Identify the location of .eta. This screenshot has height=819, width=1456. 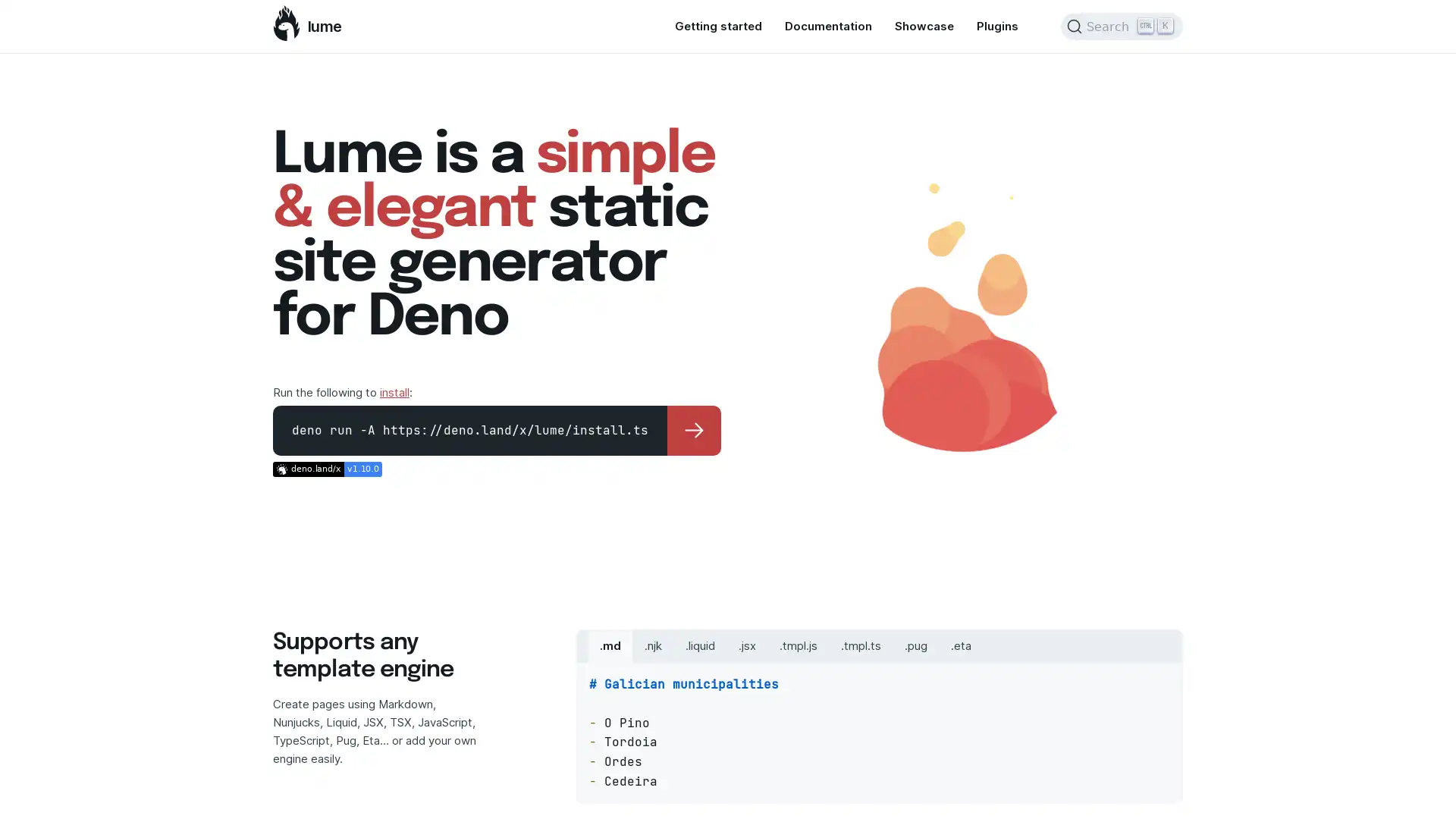
(960, 645).